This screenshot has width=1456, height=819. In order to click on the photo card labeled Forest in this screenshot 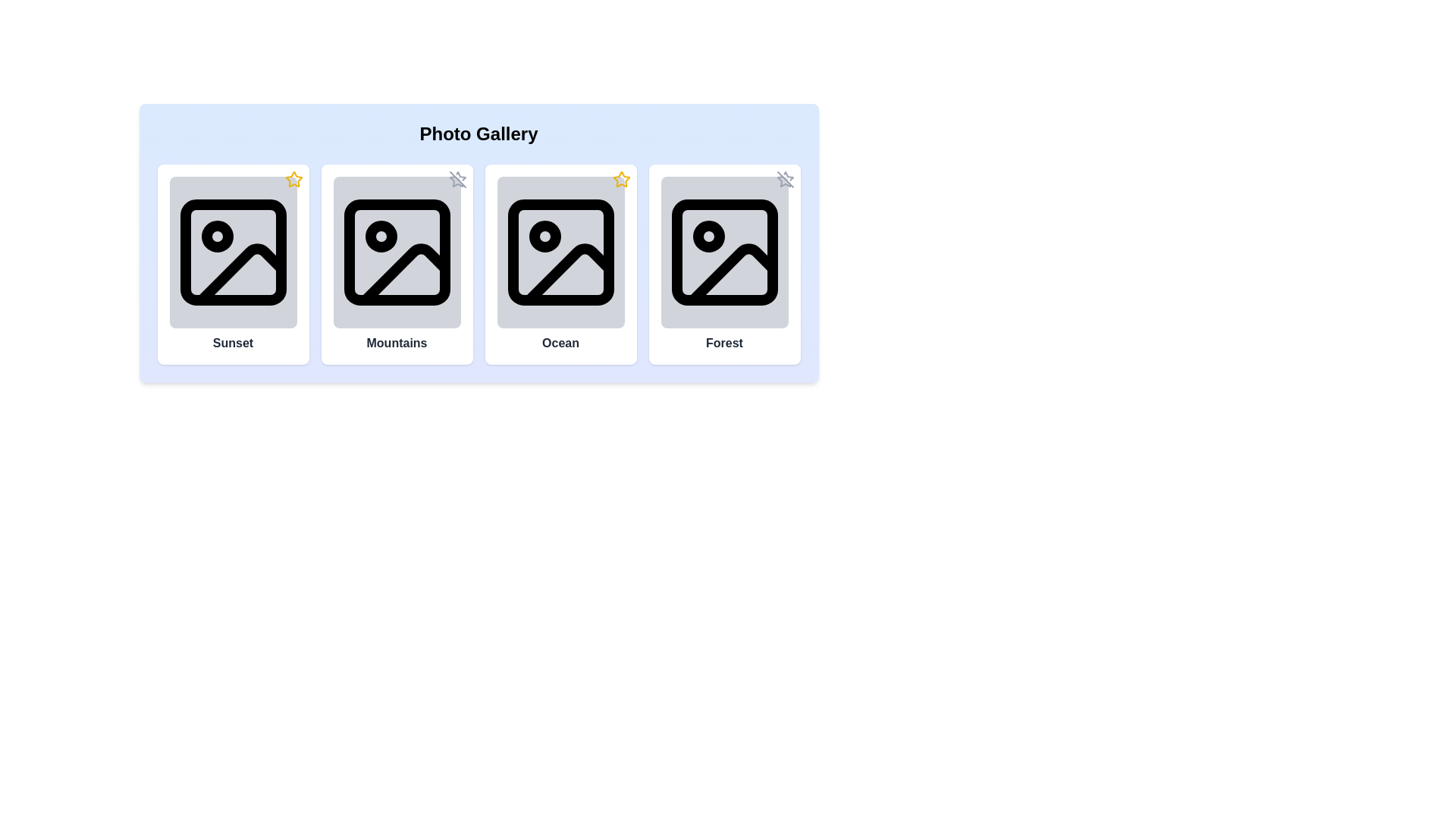, I will do `click(723, 263)`.